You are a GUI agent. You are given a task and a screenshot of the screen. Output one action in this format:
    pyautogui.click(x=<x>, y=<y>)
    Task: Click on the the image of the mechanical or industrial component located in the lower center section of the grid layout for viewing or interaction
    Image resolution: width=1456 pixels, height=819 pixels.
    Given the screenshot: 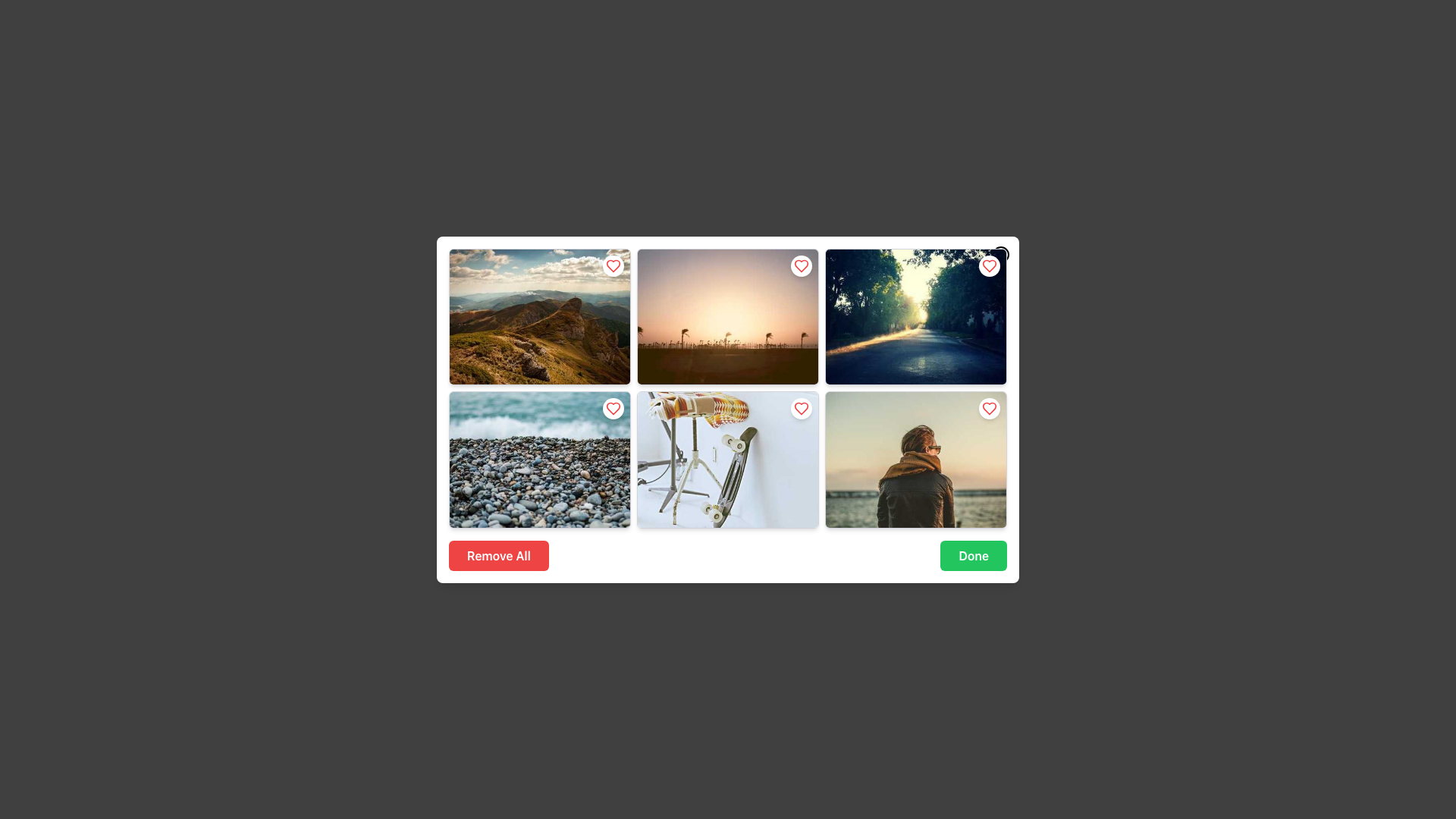 What is the action you would take?
    pyautogui.click(x=728, y=458)
    